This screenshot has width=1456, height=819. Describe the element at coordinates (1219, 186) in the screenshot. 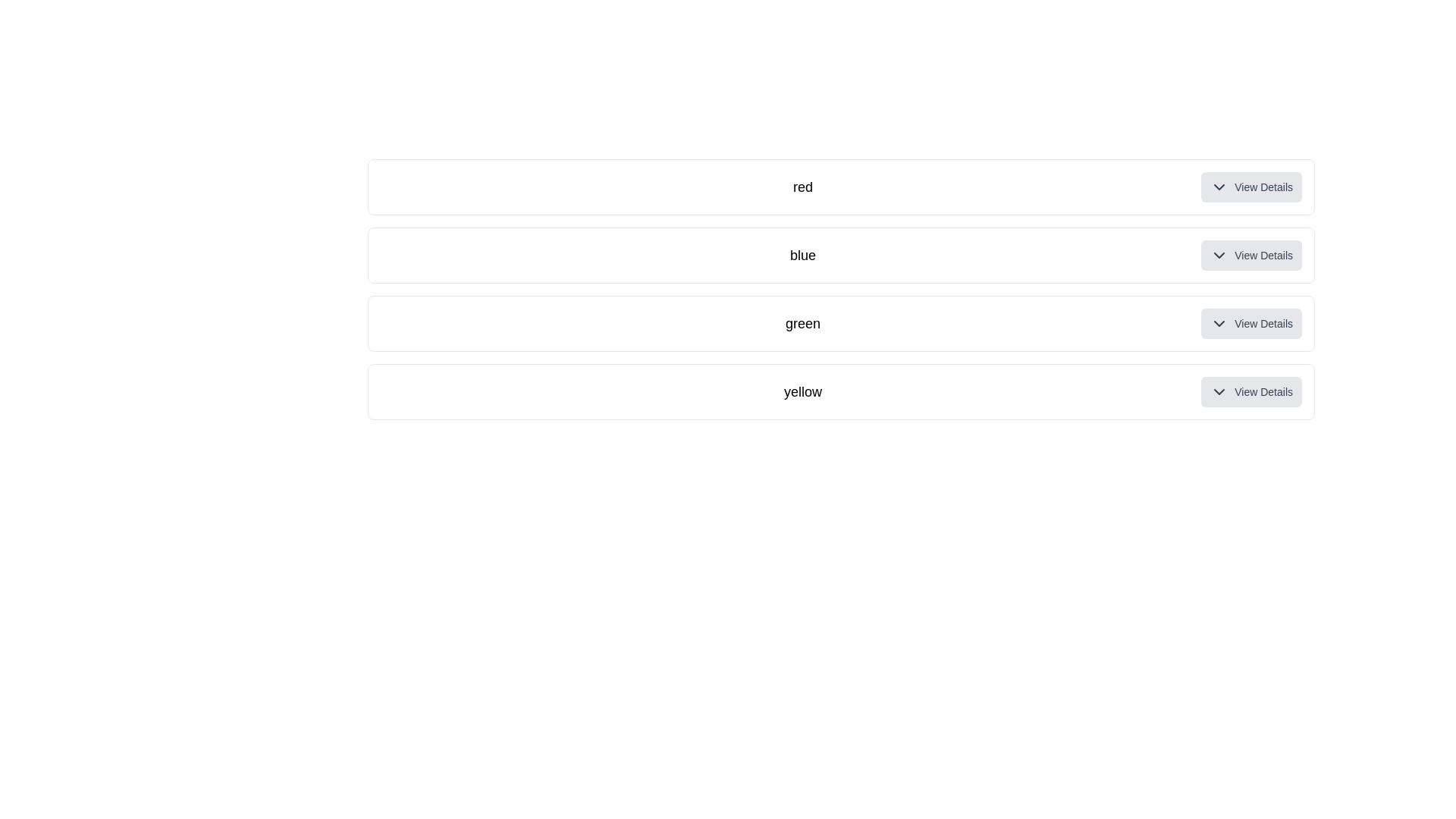

I see `the downward-pointing chevron icon located immediately to the left of the 'View Details' text` at that location.